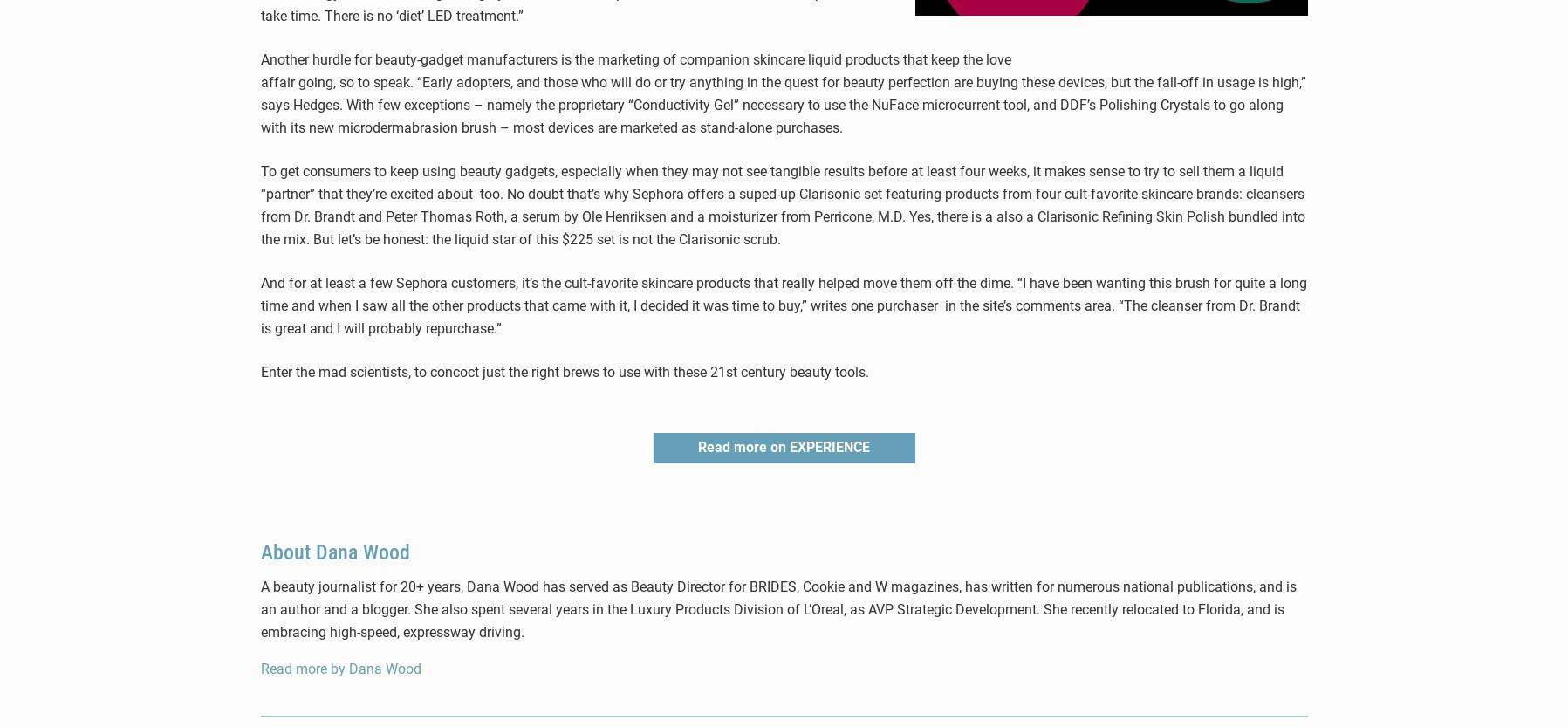 This screenshot has height=727, width=1568. What do you see at coordinates (339, 669) in the screenshot?
I see `'Read more by Dana Wood'` at bounding box center [339, 669].